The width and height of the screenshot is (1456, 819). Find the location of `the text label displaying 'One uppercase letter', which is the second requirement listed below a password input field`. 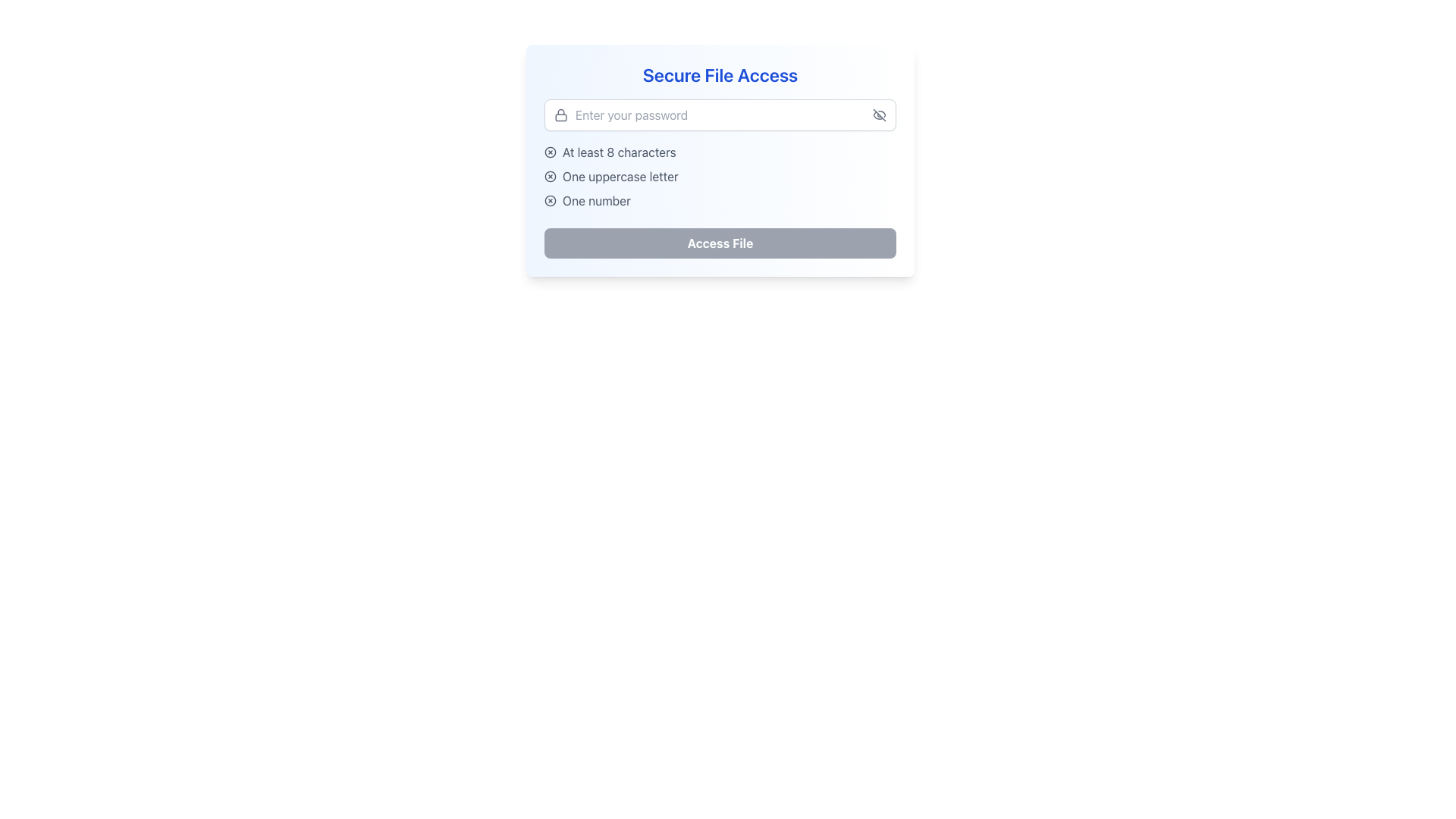

the text label displaying 'One uppercase letter', which is the second requirement listed below a password input field is located at coordinates (620, 175).